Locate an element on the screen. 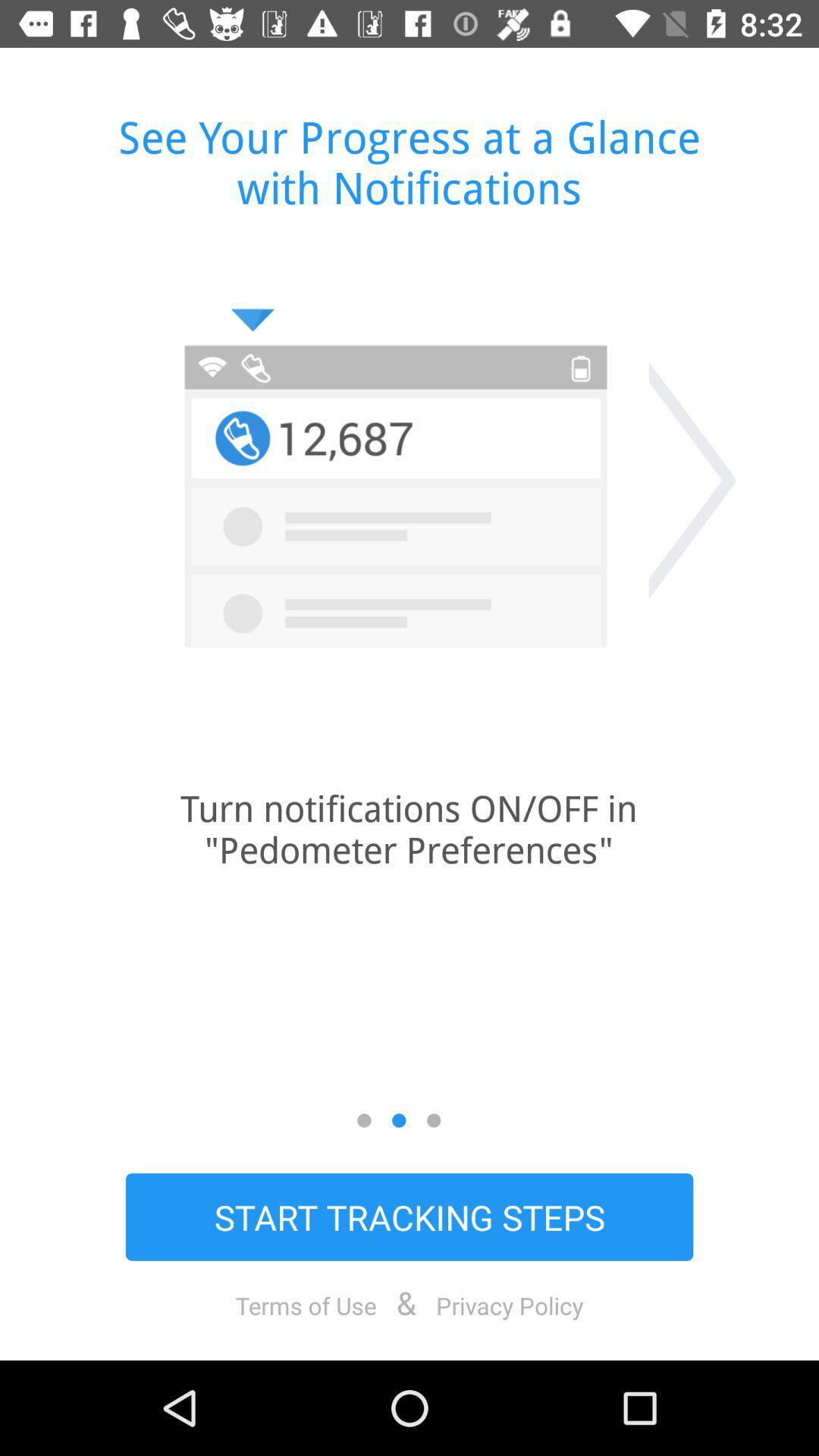 Image resolution: width=819 pixels, height=1456 pixels. privacy policy icon is located at coordinates (510, 1304).